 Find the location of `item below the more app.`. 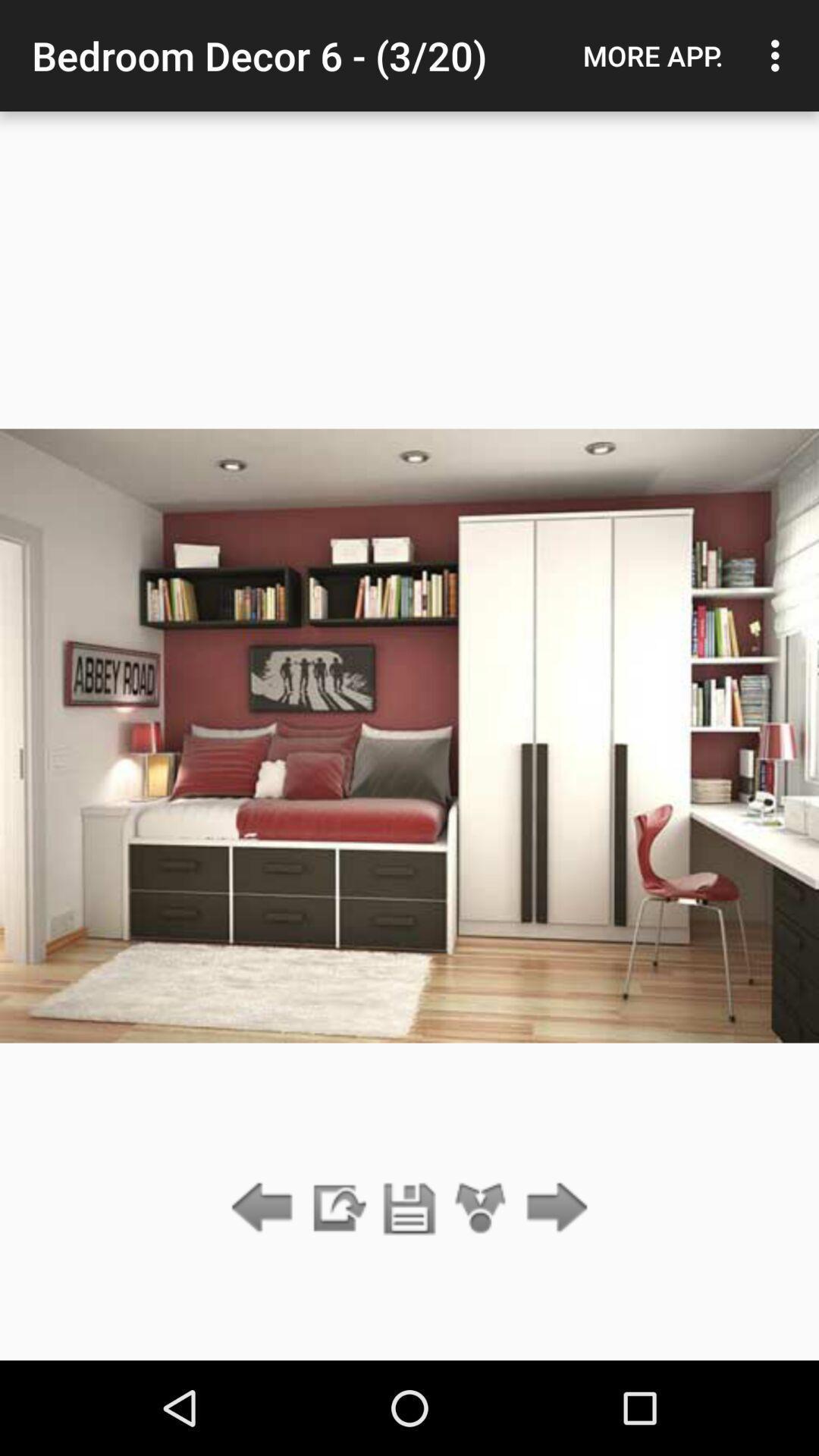

item below the more app. is located at coordinates (553, 1208).